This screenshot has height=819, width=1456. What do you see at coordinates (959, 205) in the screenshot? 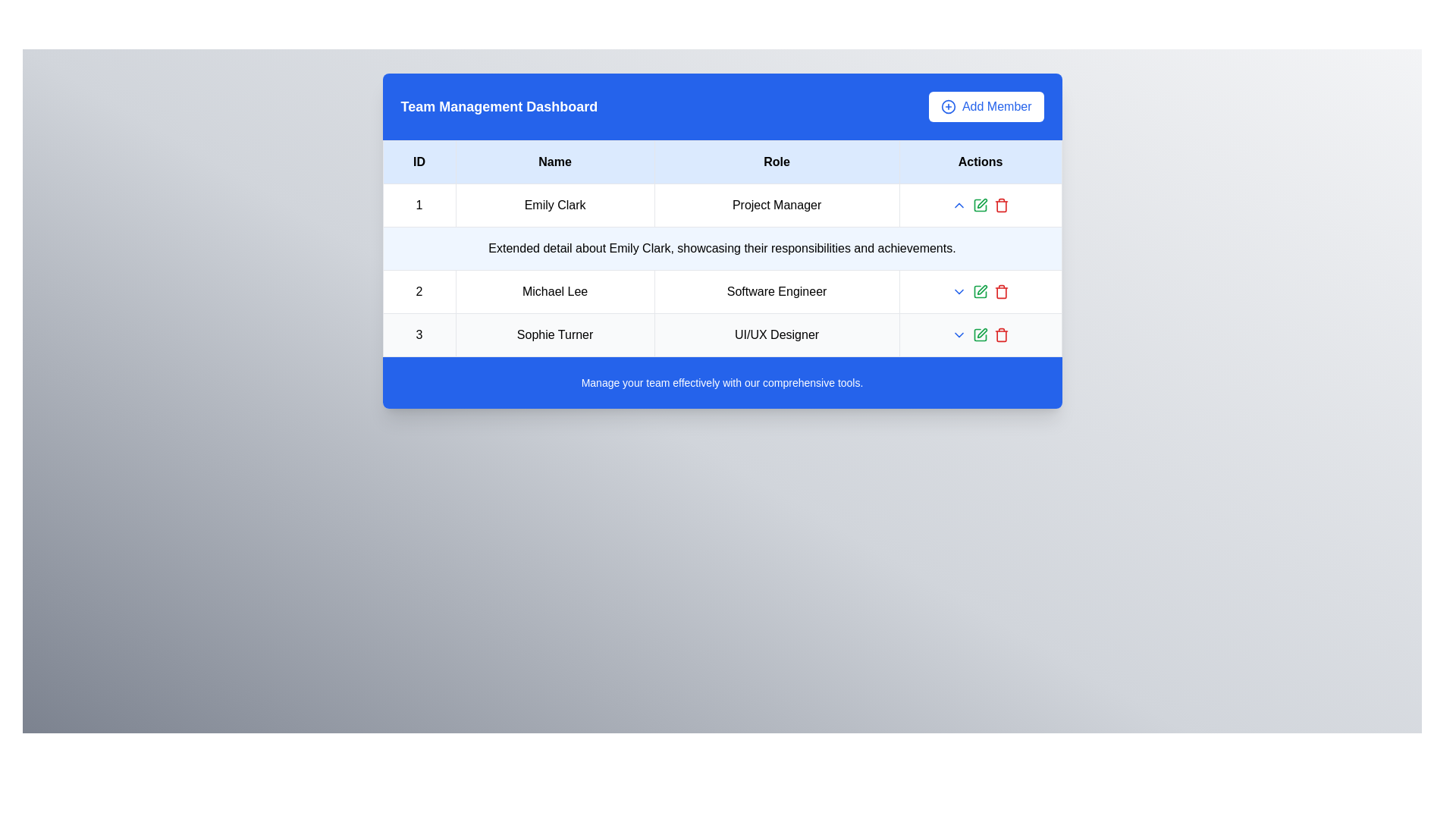
I see `the interactive control button for expanding or collapsing details for the row associated with 'Michael Lee'` at bounding box center [959, 205].